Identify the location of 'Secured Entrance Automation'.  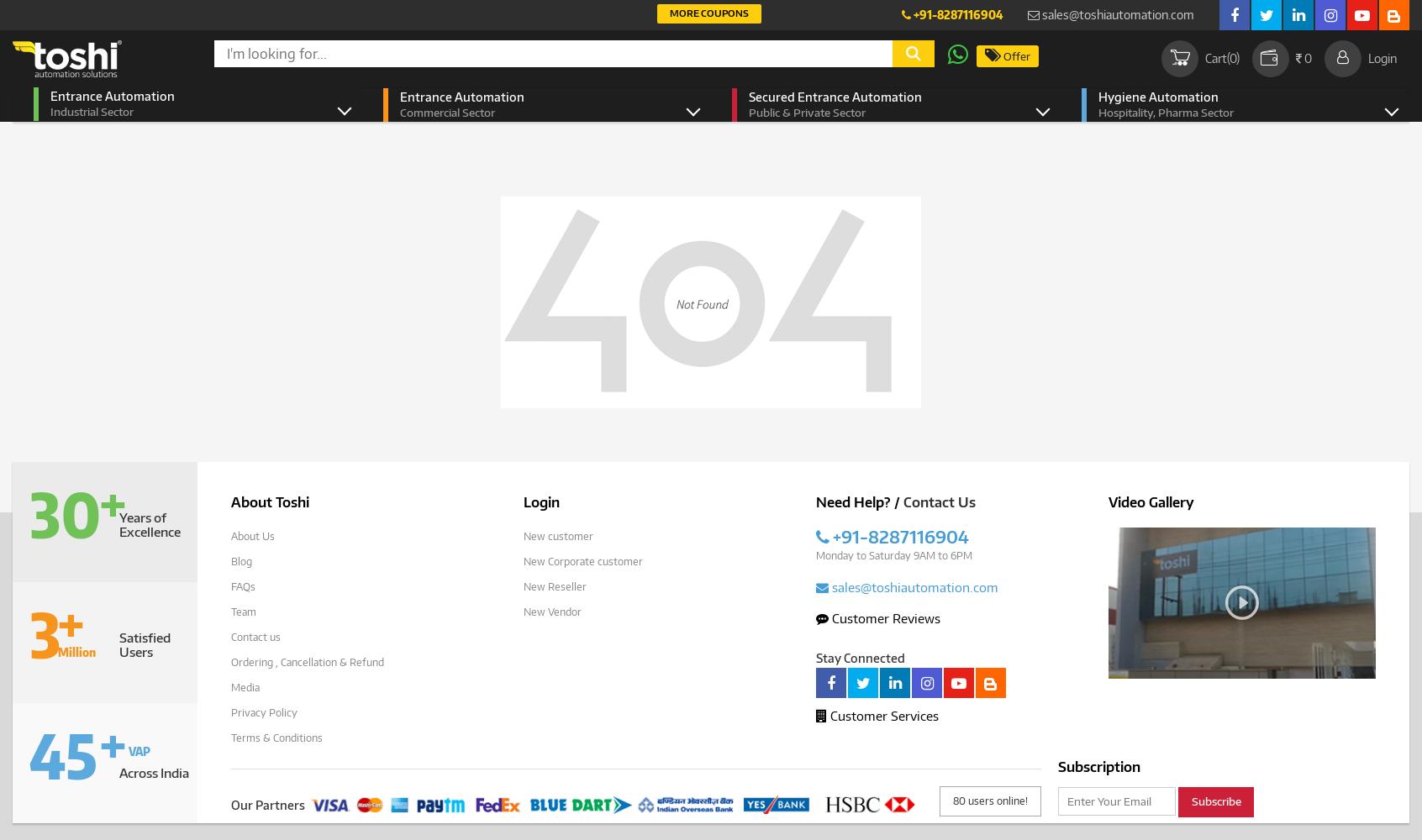
(835, 96).